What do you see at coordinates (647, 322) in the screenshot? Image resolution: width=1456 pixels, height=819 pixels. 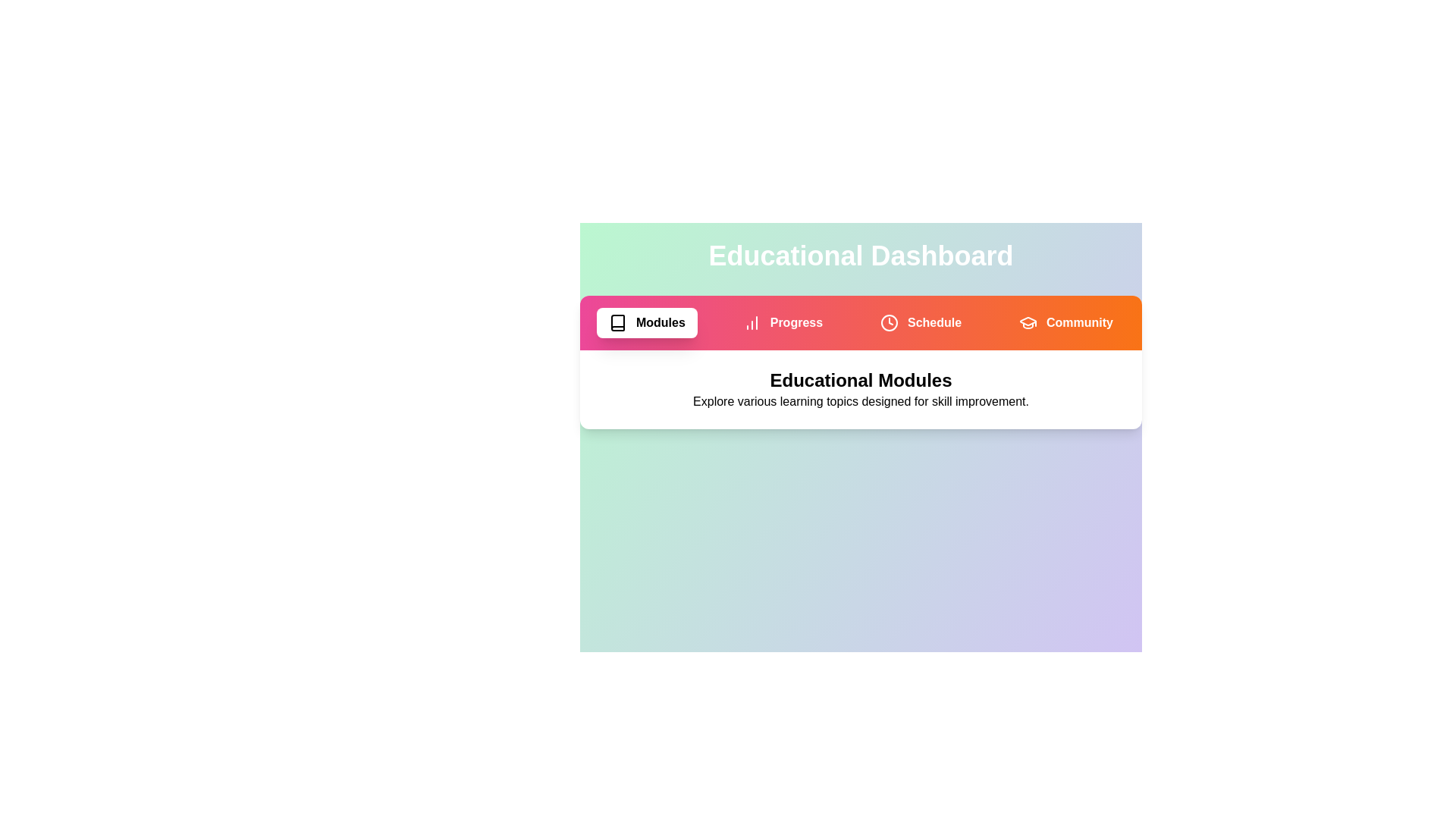 I see `the 'Modules' button, which is a rectangular button with a black book icon and light background color, located at the far left of the navigation bar` at bounding box center [647, 322].